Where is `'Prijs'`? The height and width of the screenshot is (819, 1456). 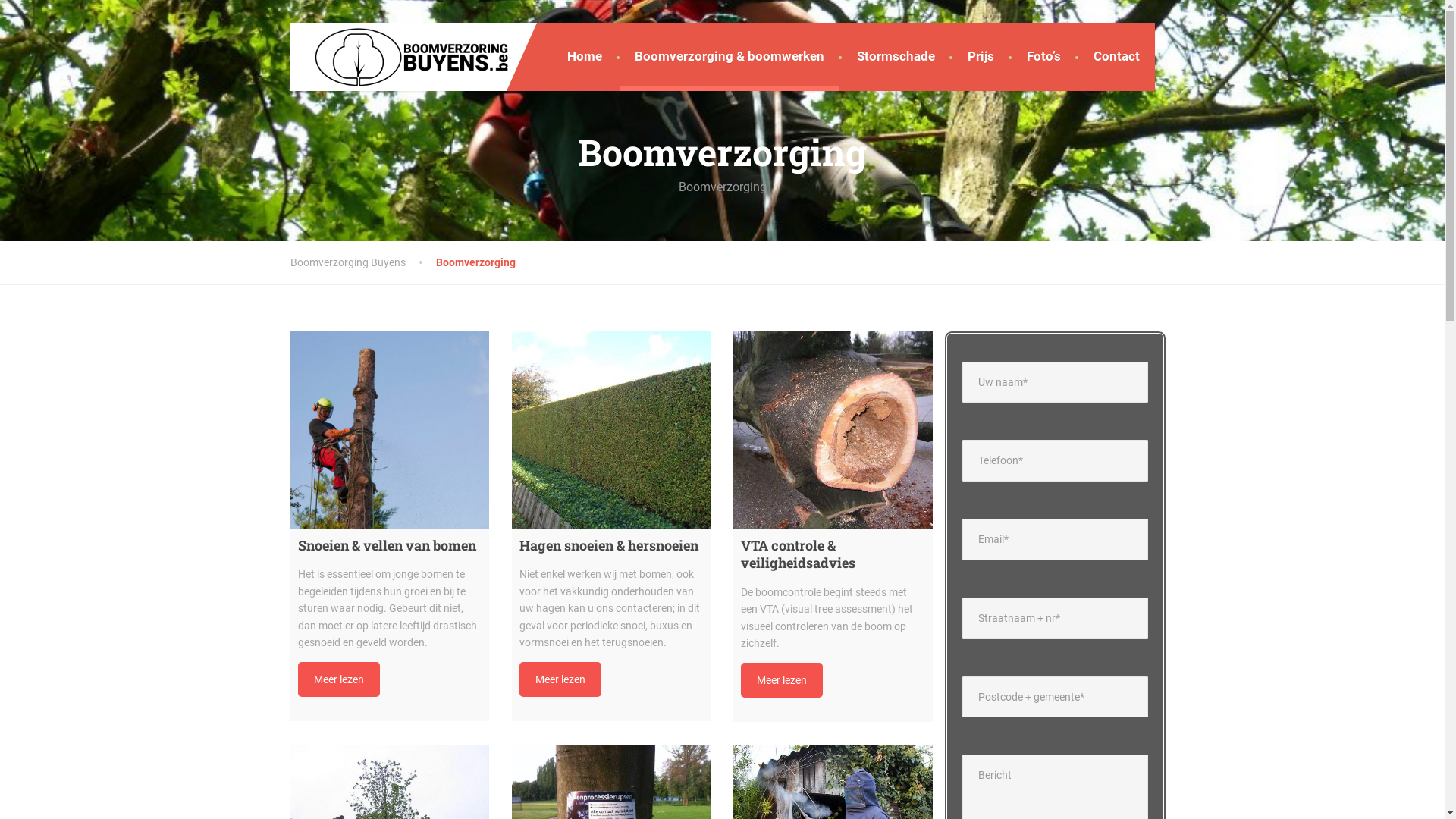 'Prijs' is located at coordinates (981, 55).